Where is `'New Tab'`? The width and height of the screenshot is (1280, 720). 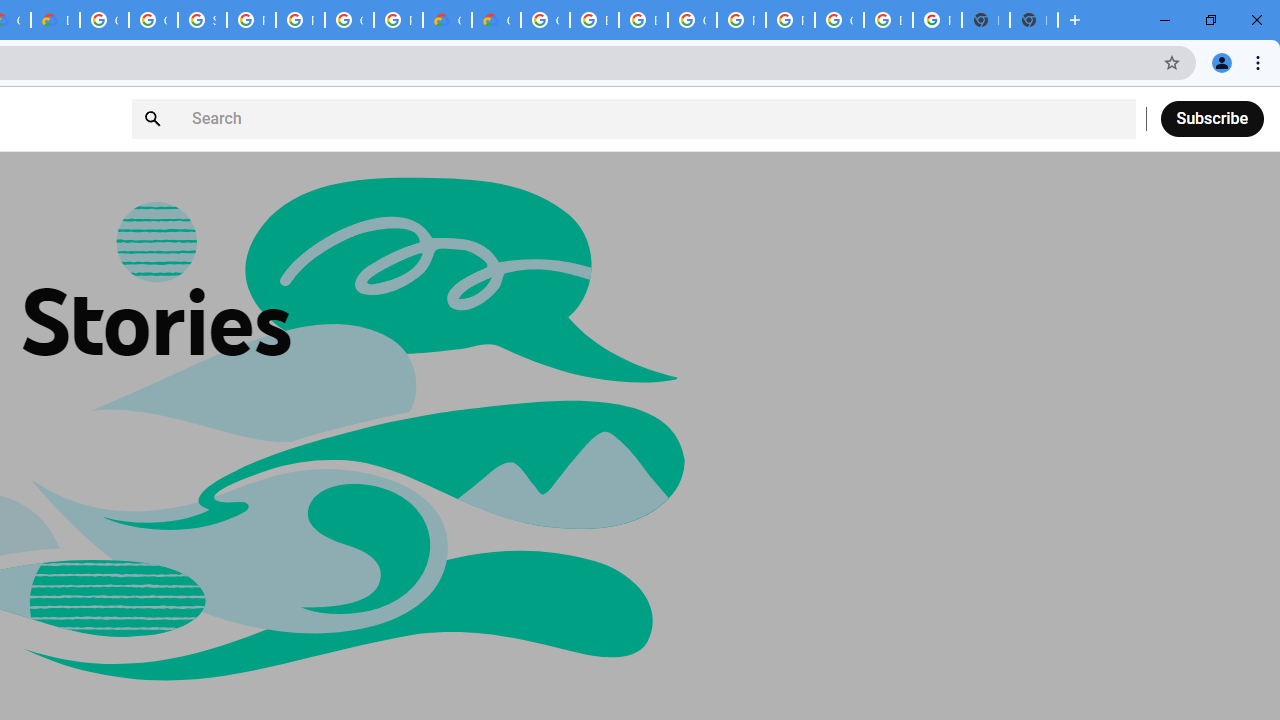
'New Tab' is located at coordinates (1034, 20).